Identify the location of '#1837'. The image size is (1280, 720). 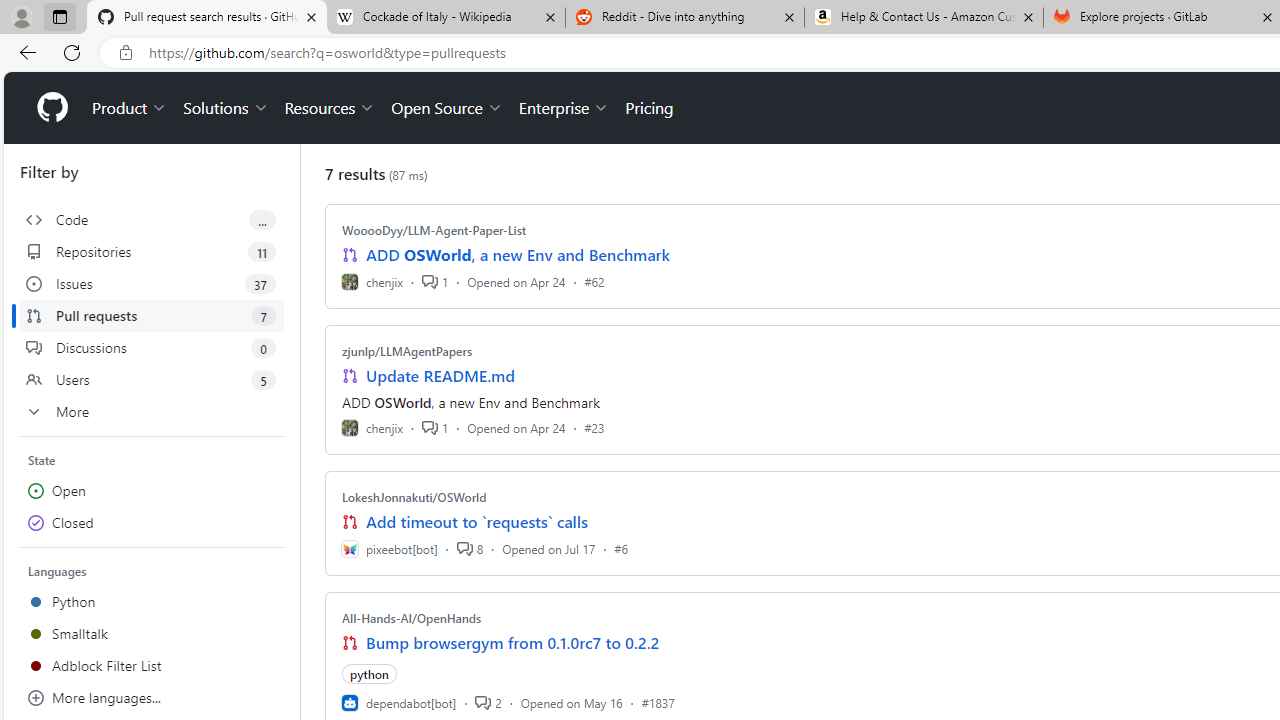
(657, 701).